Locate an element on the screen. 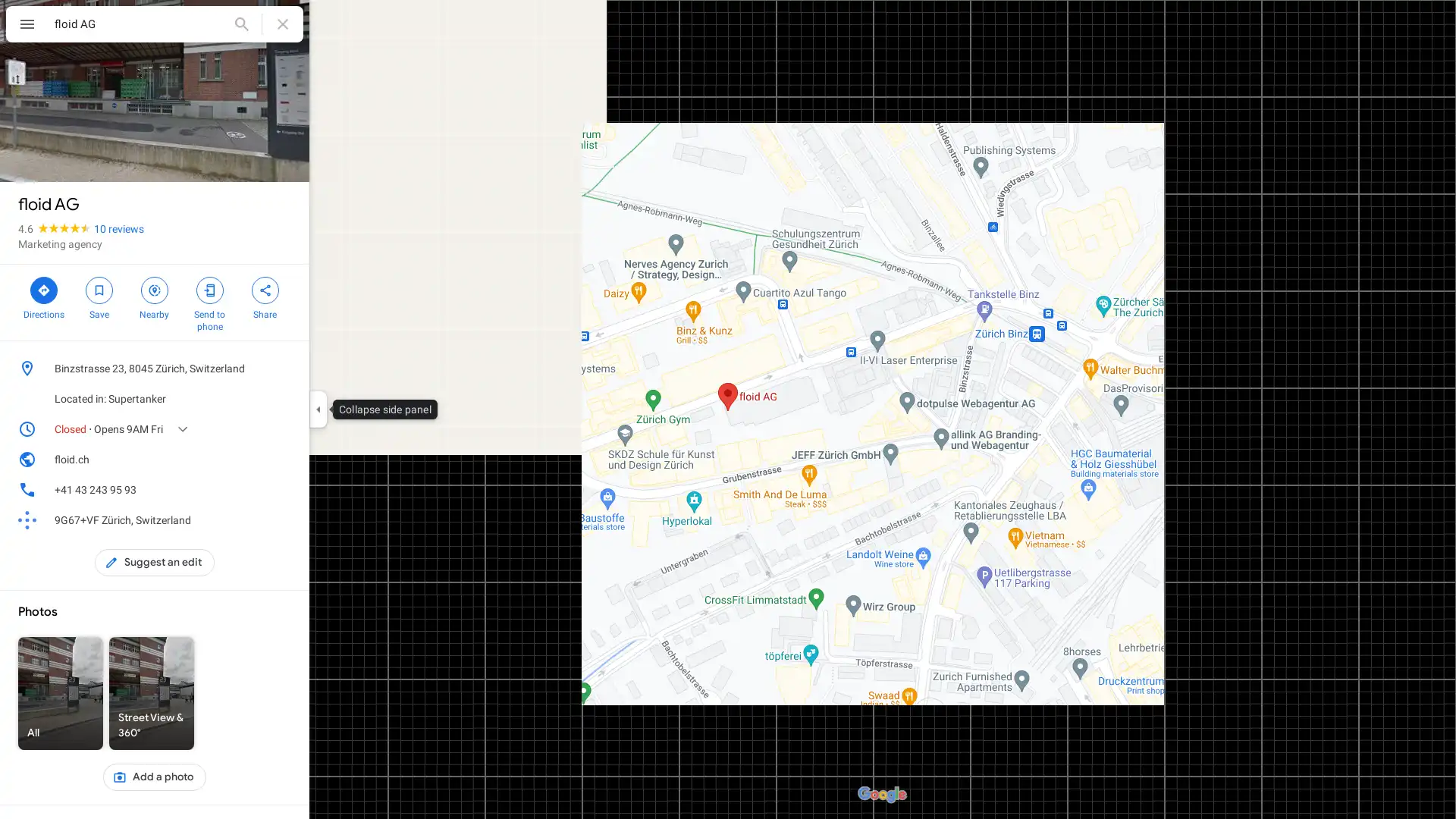 The image size is (1456, 819). 10 reviews is located at coordinates (118, 228).